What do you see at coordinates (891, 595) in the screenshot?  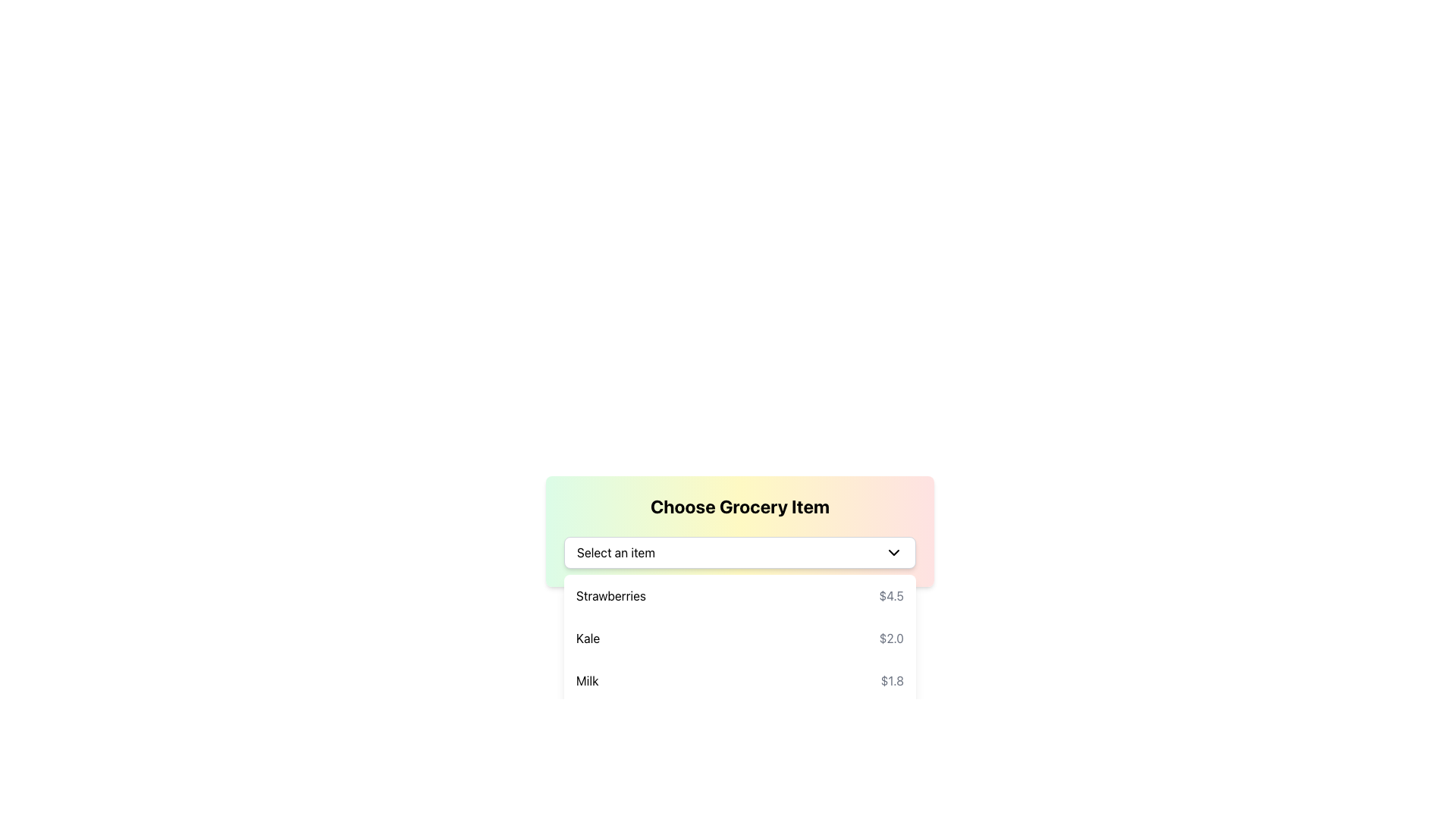 I see `the text label displaying '$4.5' which indicates the price of Strawberries, located to the far right of the grocery items list` at bounding box center [891, 595].